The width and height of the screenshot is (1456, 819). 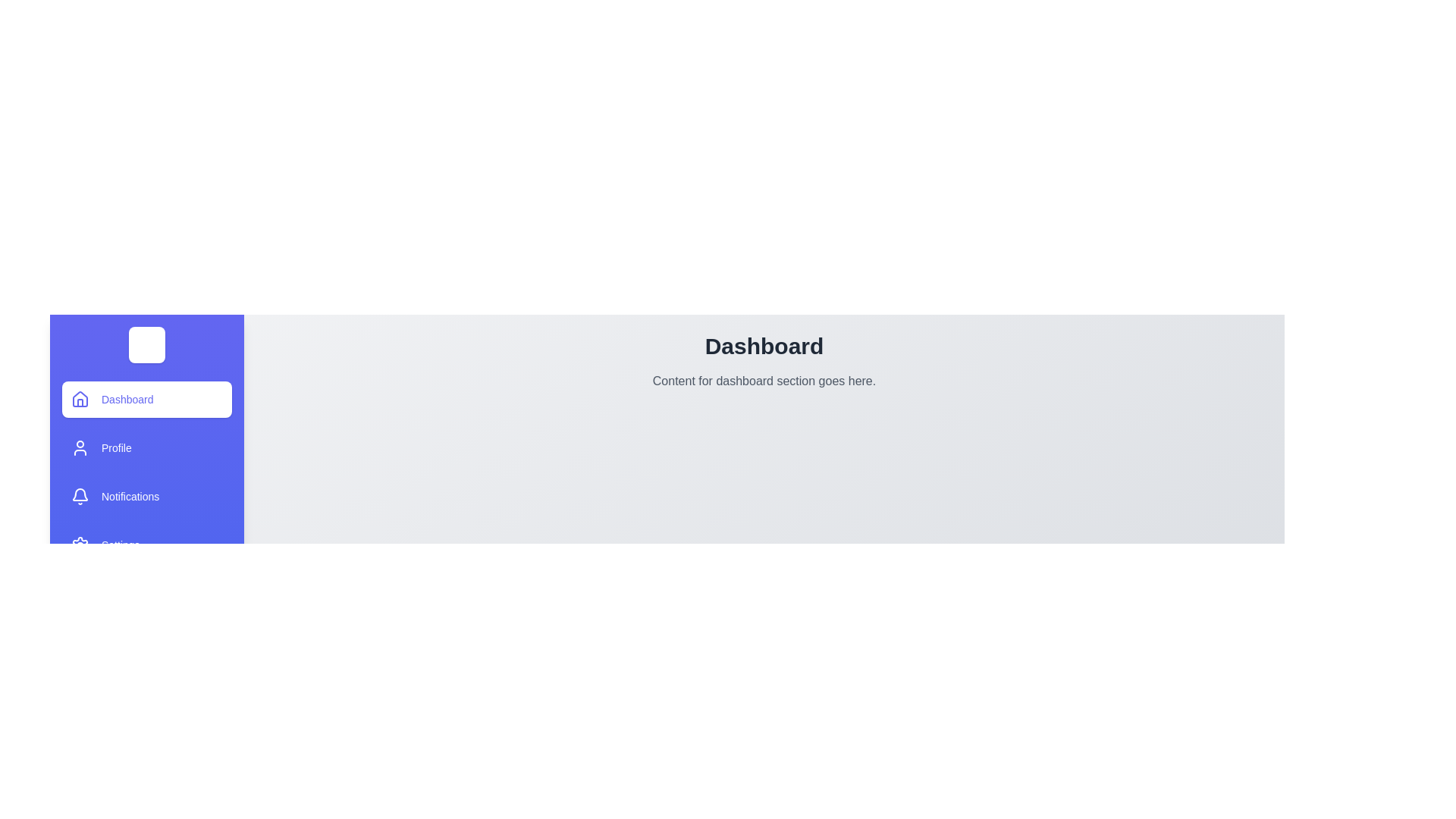 I want to click on the drawer item labeled Notifications to view its hover effect, so click(x=146, y=497).